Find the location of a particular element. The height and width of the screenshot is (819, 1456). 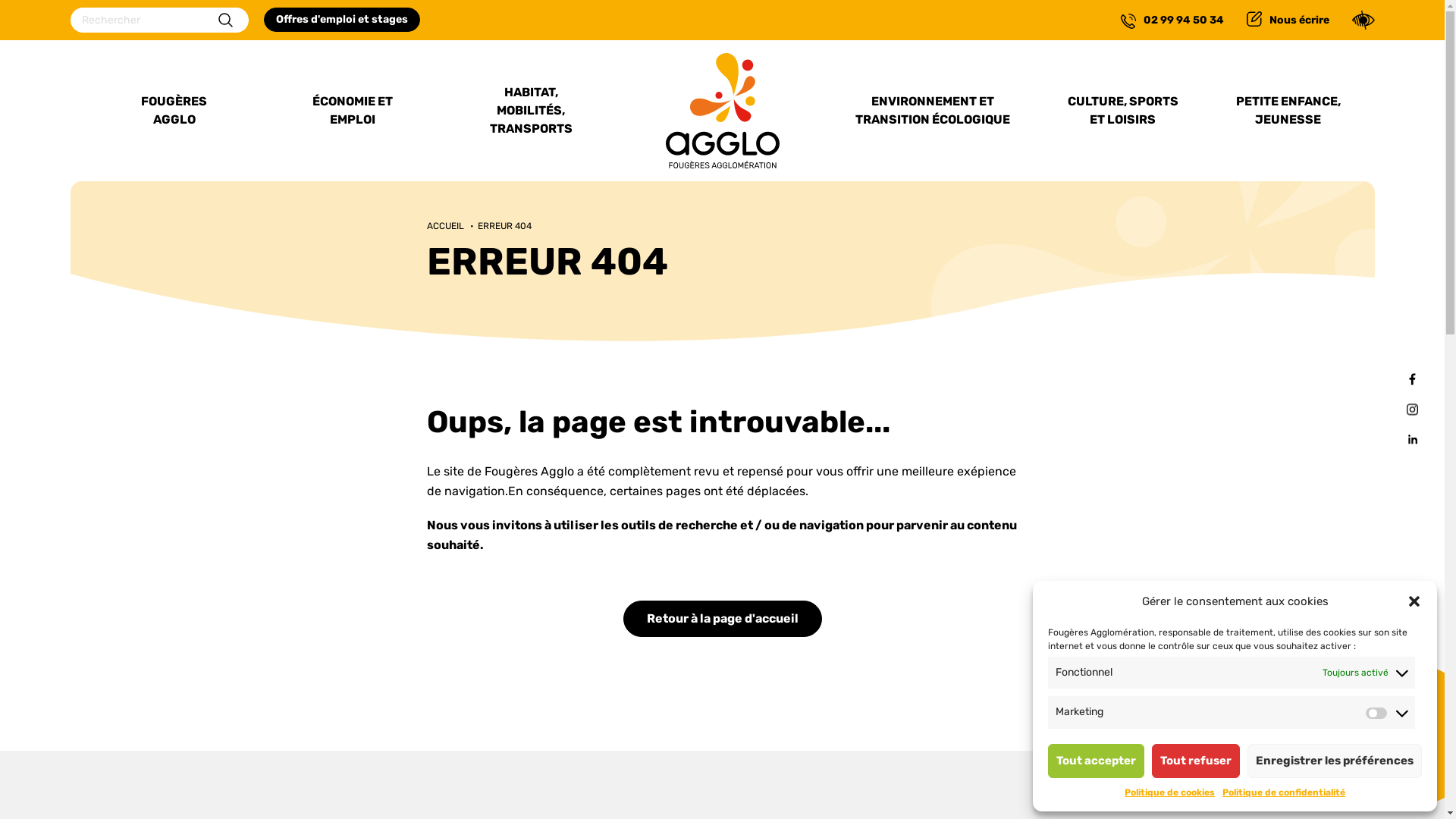

'Facebook' is located at coordinates (1411, 378).